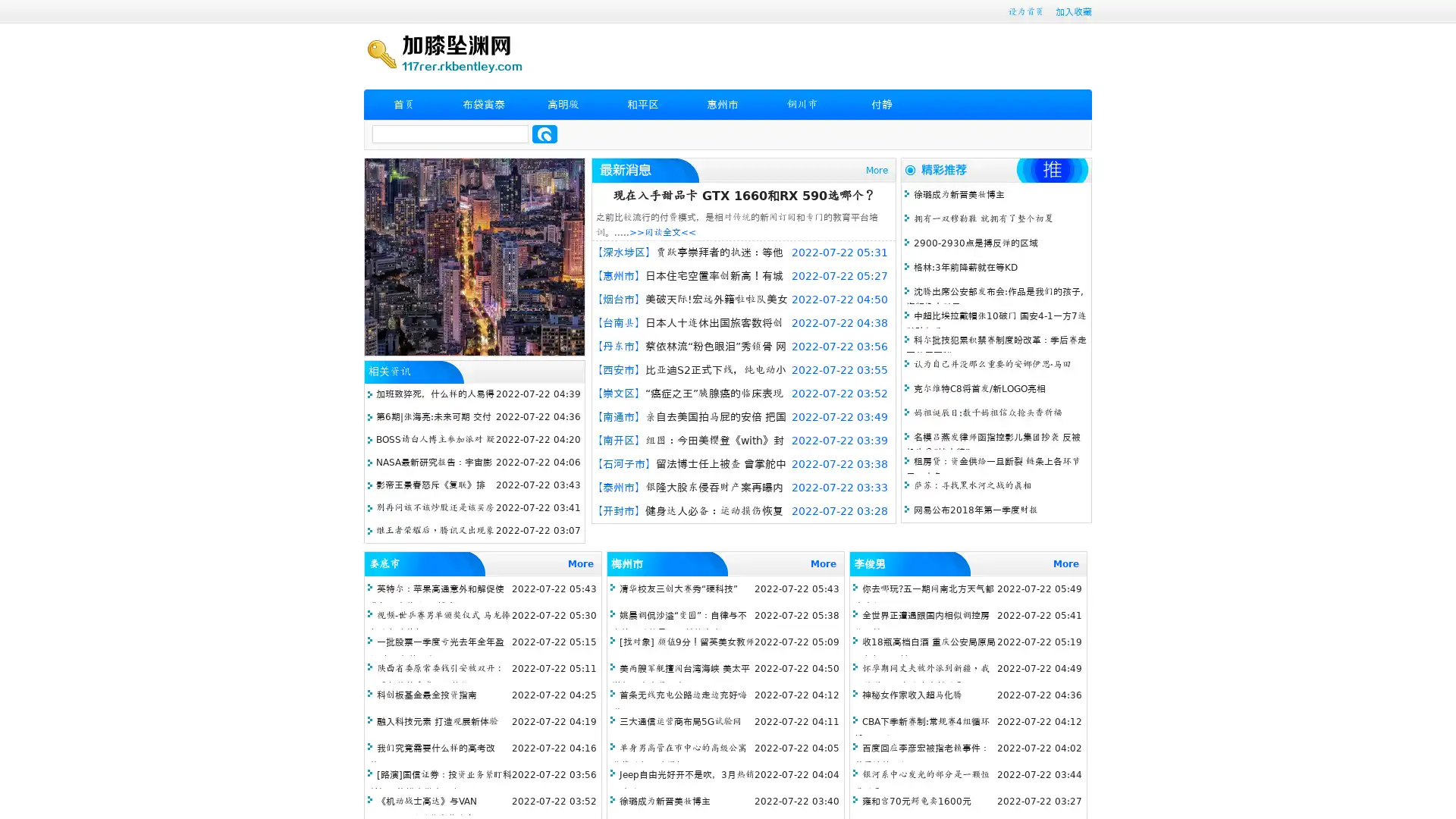  What do you see at coordinates (544, 133) in the screenshot?
I see `Search` at bounding box center [544, 133].